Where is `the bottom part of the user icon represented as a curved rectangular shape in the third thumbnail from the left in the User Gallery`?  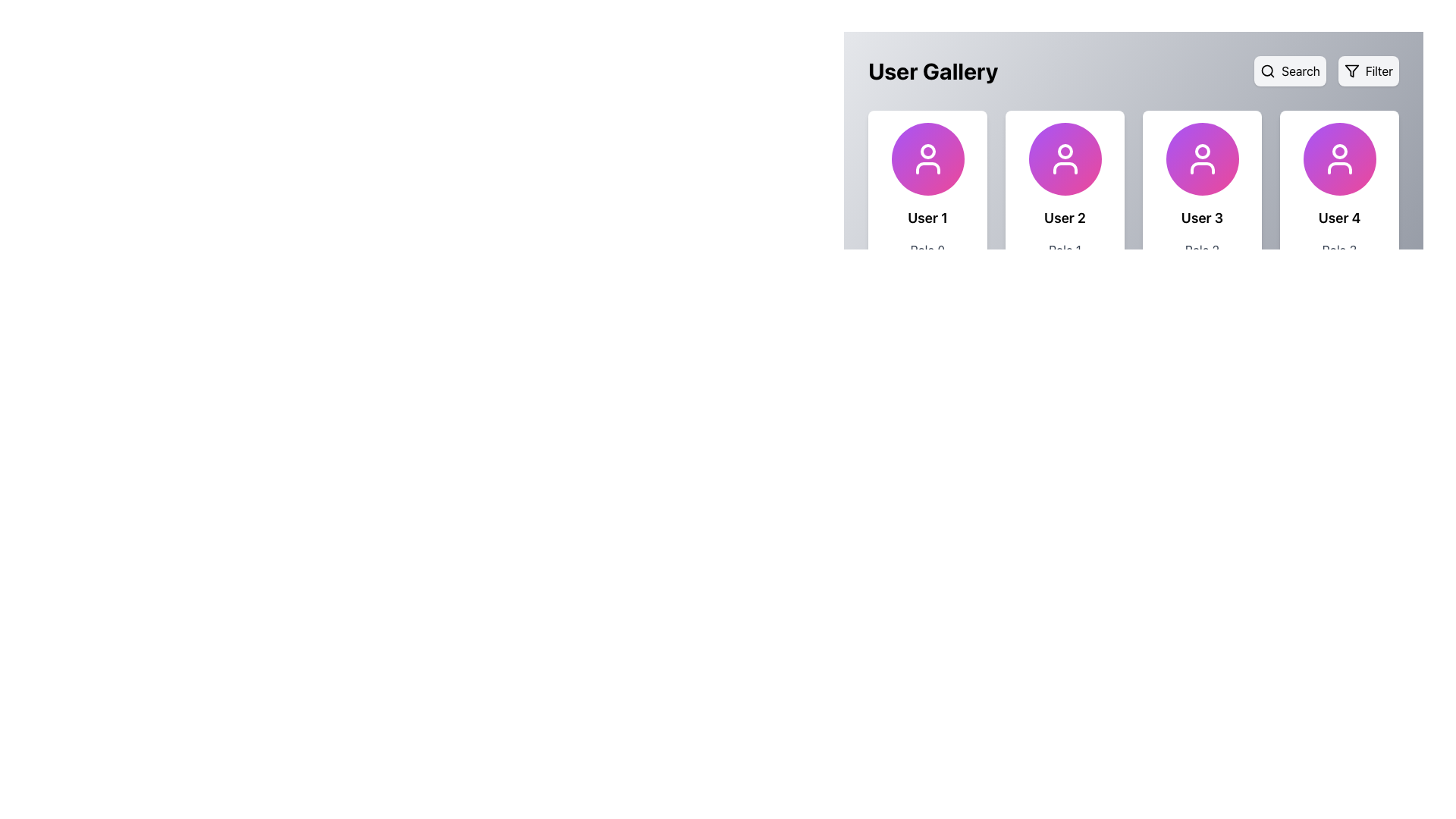
the bottom part of the user icon represented as a curved rectangular shape in the third thumbnail from the left in the User Gallery is located at coordinates (1201, 168).